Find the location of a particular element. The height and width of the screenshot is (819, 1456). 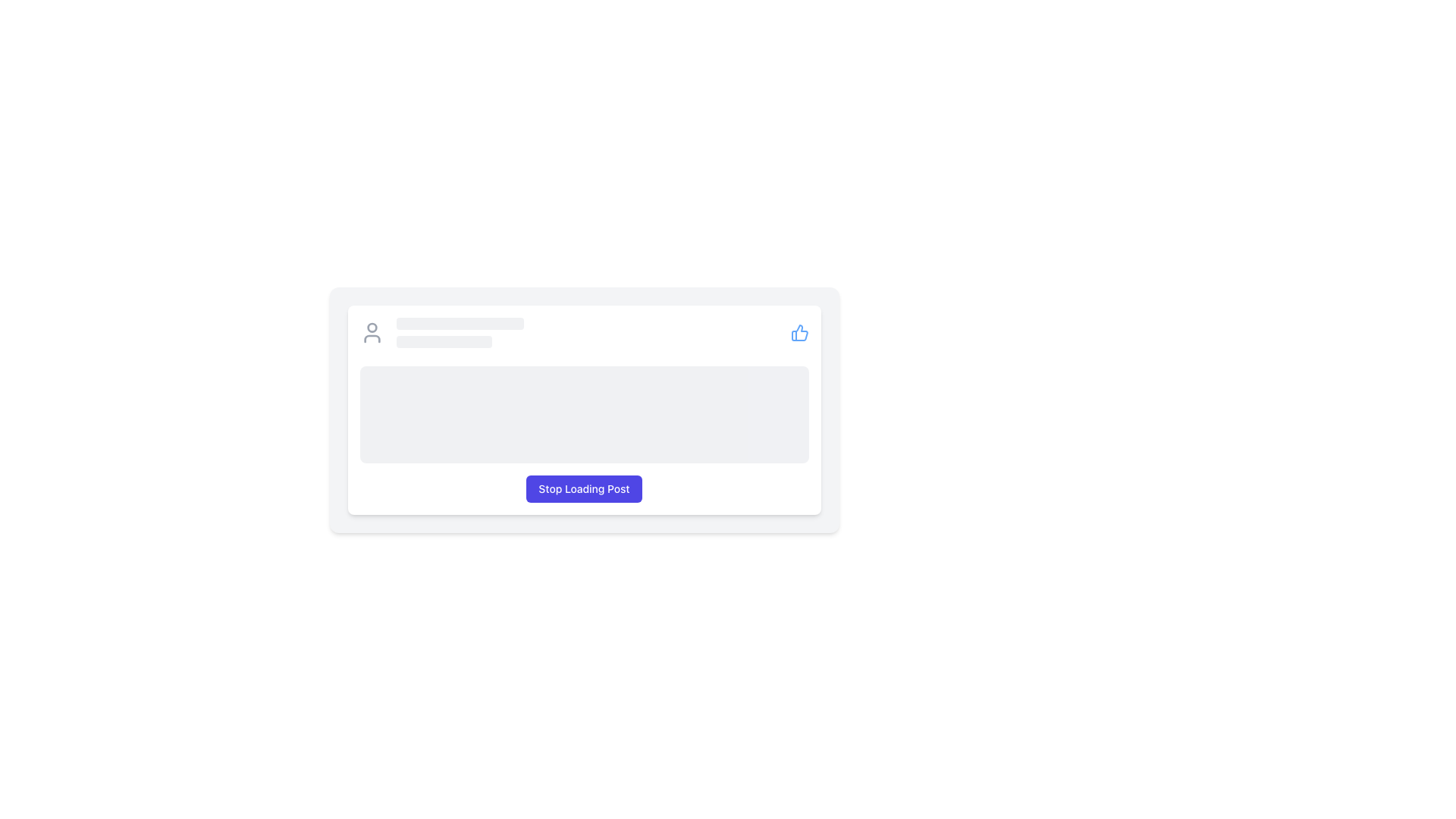

the small circular icon representing a person's head, which is located at the center of the head of the person icon in the top-left area of the primary card containing user information is located at coordinates (372, 327).